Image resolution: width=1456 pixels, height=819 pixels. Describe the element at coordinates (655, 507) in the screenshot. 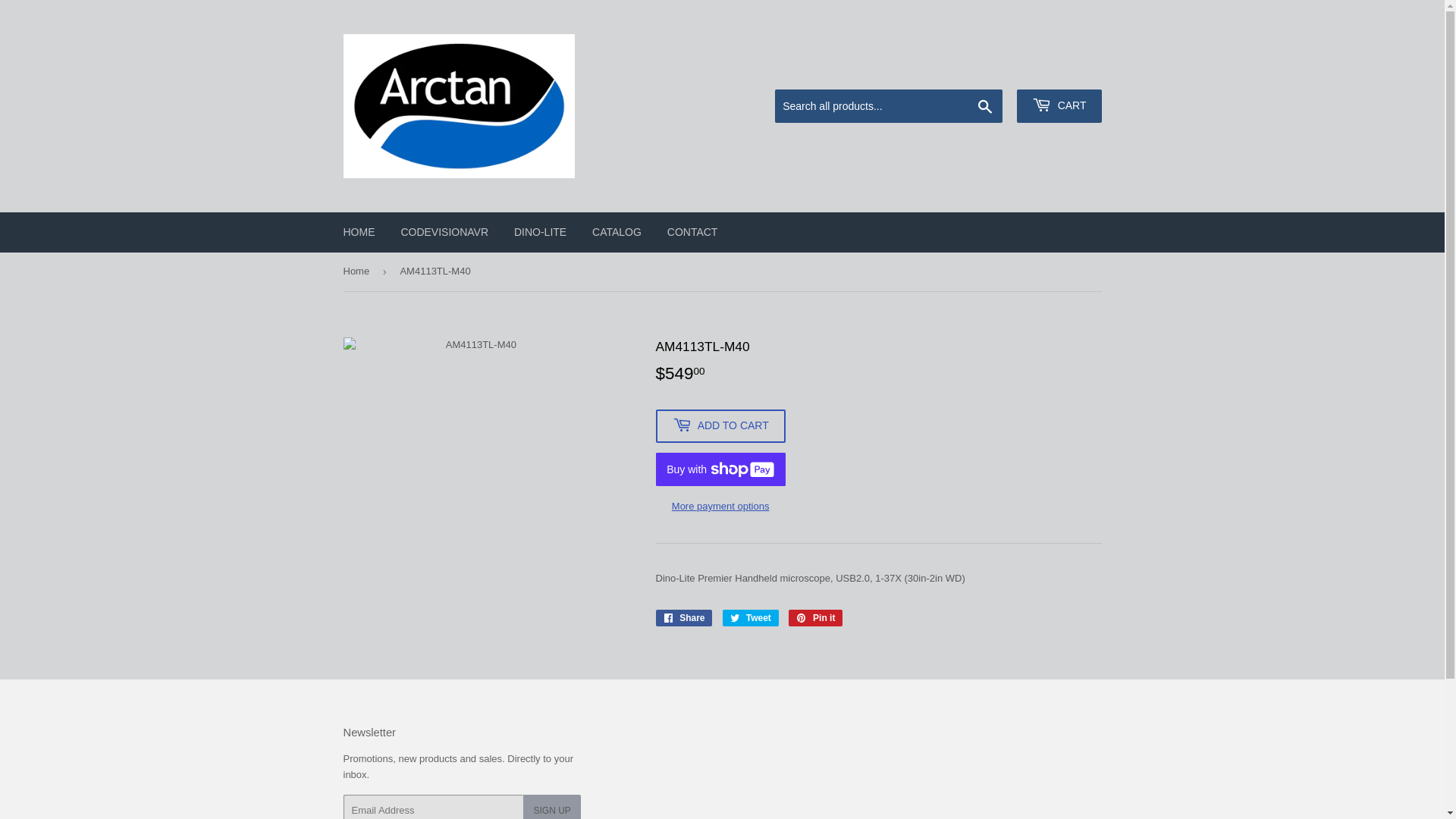

I see `'More payment options'` at that location.